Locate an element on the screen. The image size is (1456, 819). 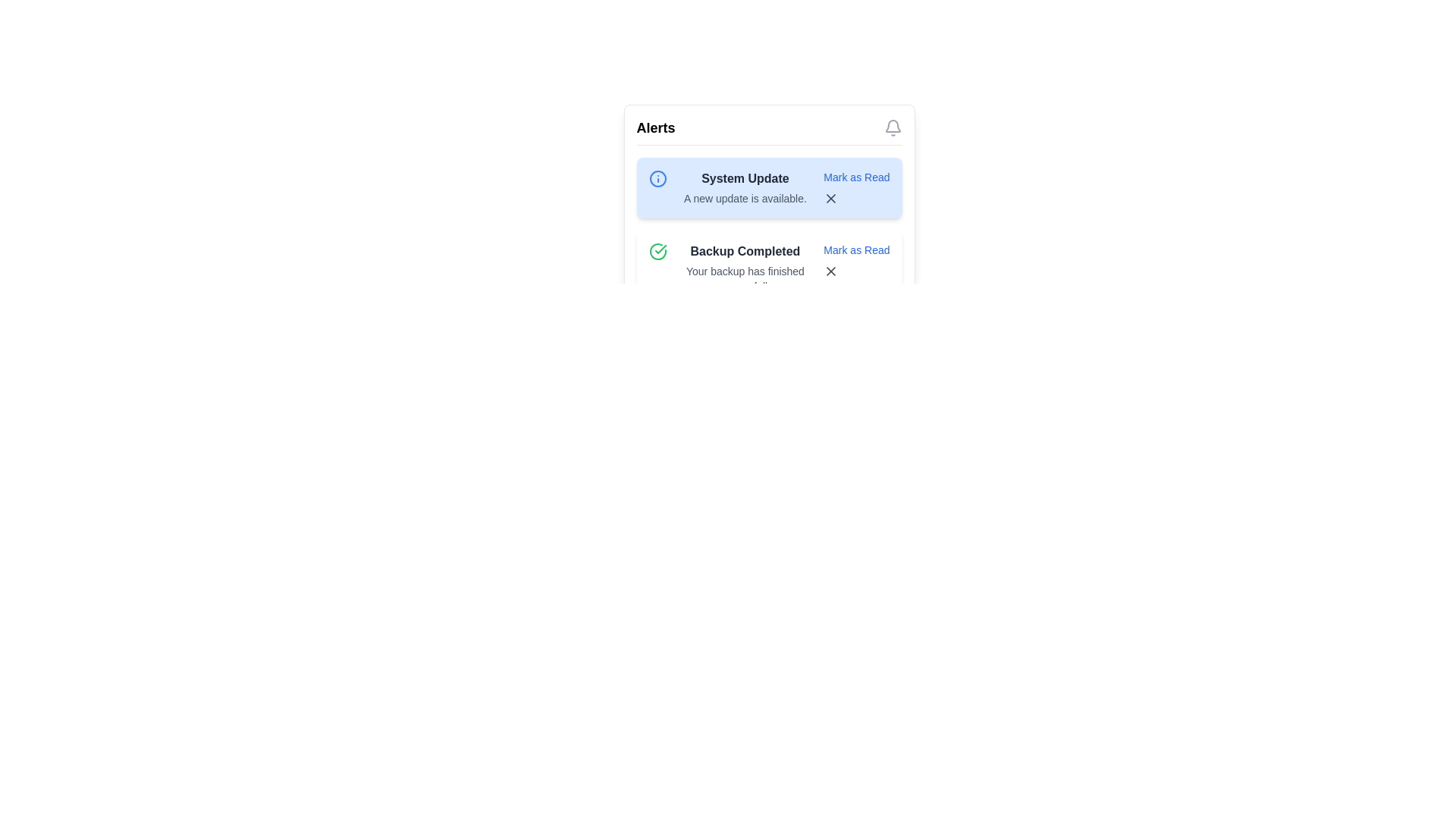
the notification title 'System Update' and its description 'A new update is available.' displayed in the first notification box under the 'Alerts' heading is located at coordinates (745, 187).